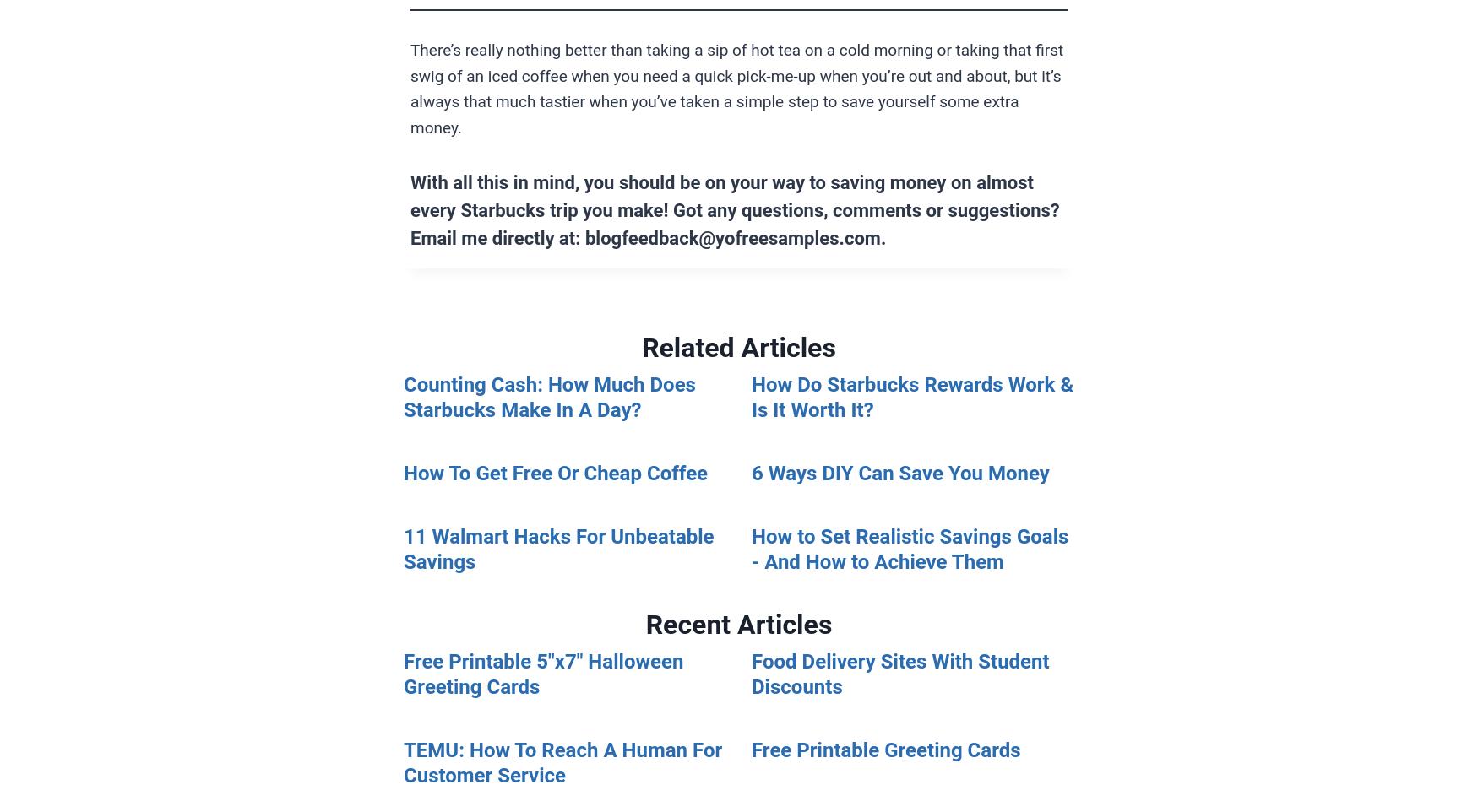 The image size is (1478, 812). Describe the element at coordinates (548, 397) in the screenshot. I see `'Counting Cash: How Much Does Starbucks Make In A Day?'` at that location.